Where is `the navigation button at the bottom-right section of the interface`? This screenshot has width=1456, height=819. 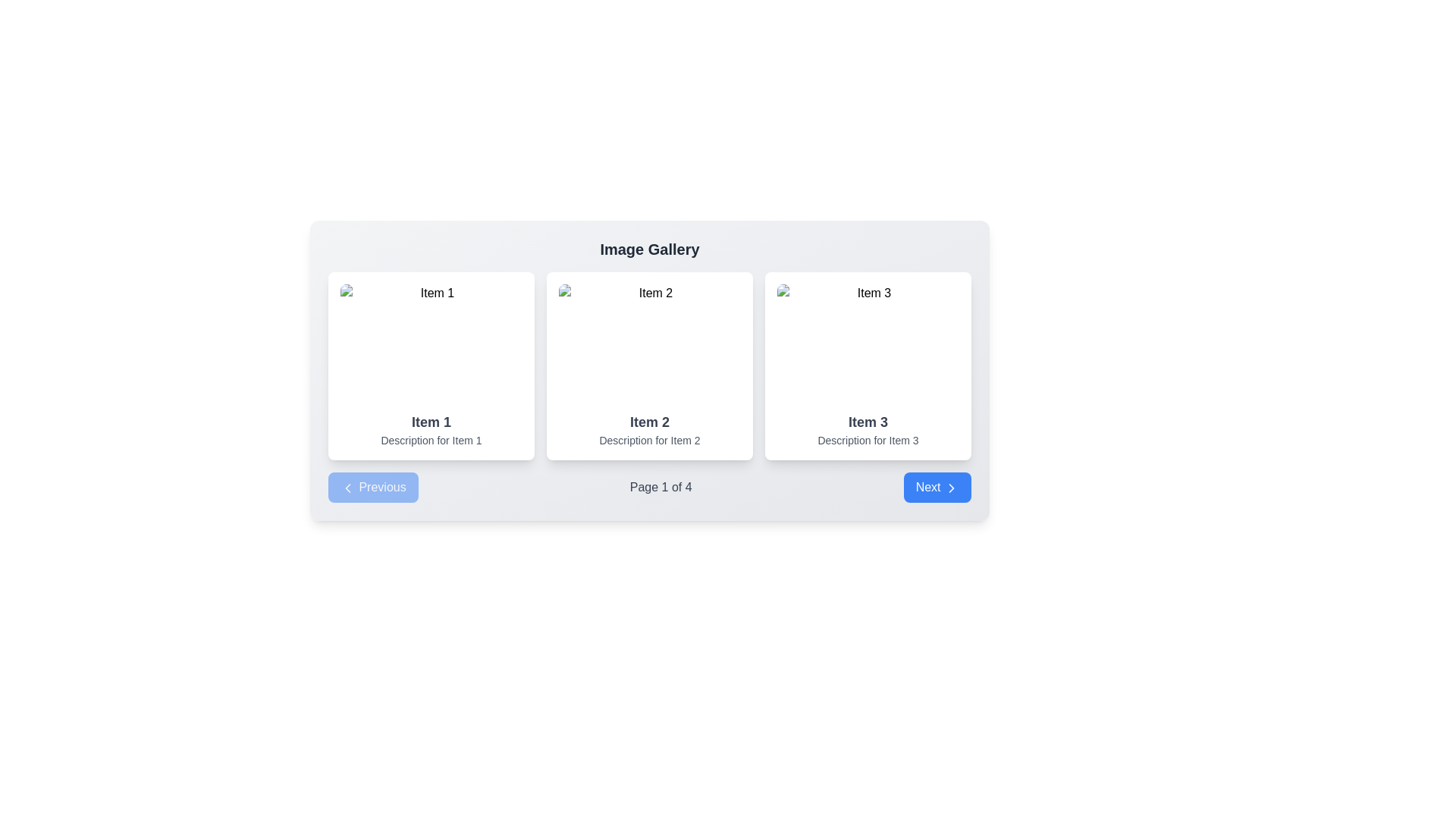
the navigation button at the bottom-right section of the interface is located at coordinates (937, 488).